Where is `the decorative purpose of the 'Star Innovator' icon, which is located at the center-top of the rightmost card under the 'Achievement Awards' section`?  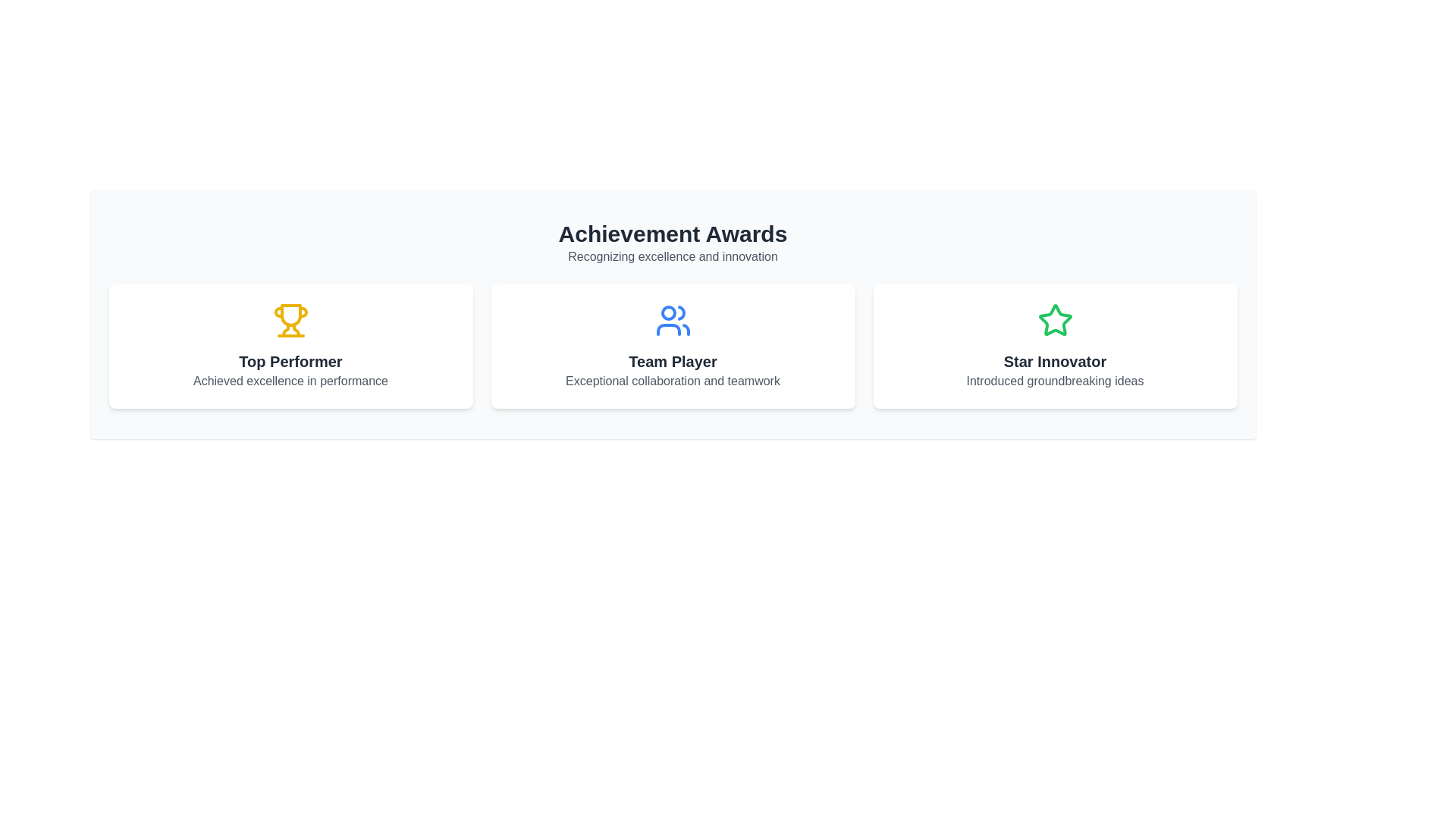
the decorative purpose of the 'Star Innovator' icon, which is located at the center-top of the rightmost card under the 'Achievement Awards' section is located at coordinates (1054, 320).